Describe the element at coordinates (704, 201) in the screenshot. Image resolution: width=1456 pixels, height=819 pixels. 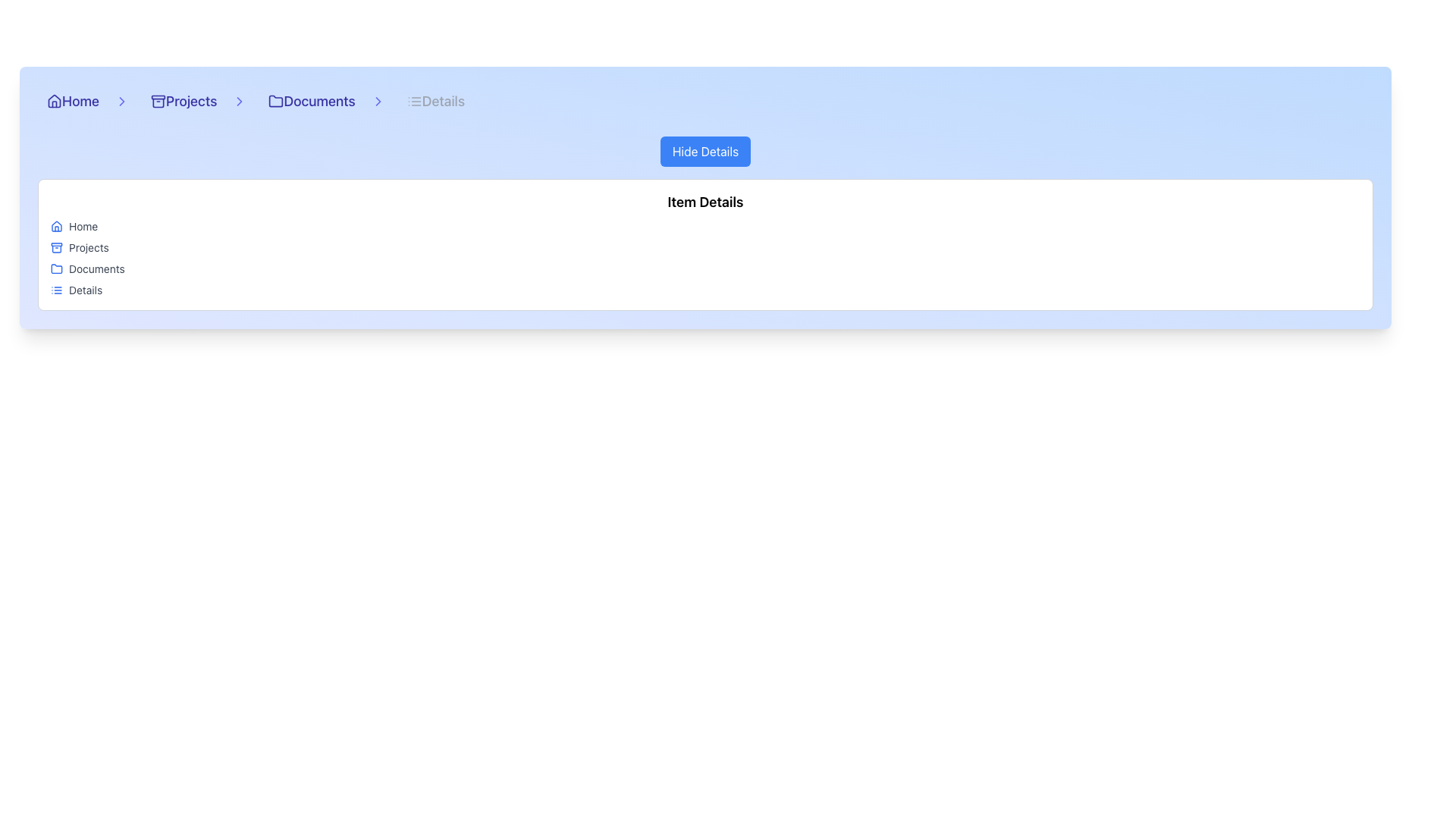
I see `the Text Label that serves as a heading for the content displayed below the blue header bar` at that location.